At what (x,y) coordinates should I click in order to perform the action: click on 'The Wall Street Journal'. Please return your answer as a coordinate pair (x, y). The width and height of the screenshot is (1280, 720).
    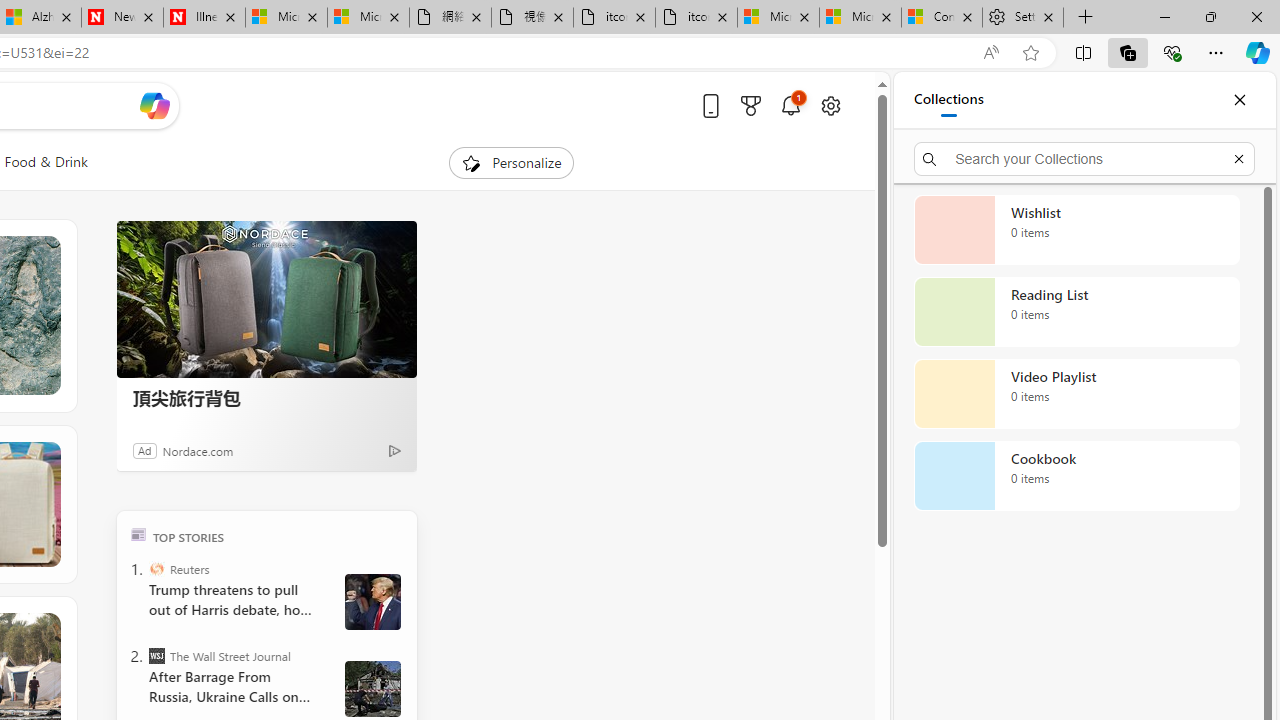
    Looking at the image, I should click on (155, 655).